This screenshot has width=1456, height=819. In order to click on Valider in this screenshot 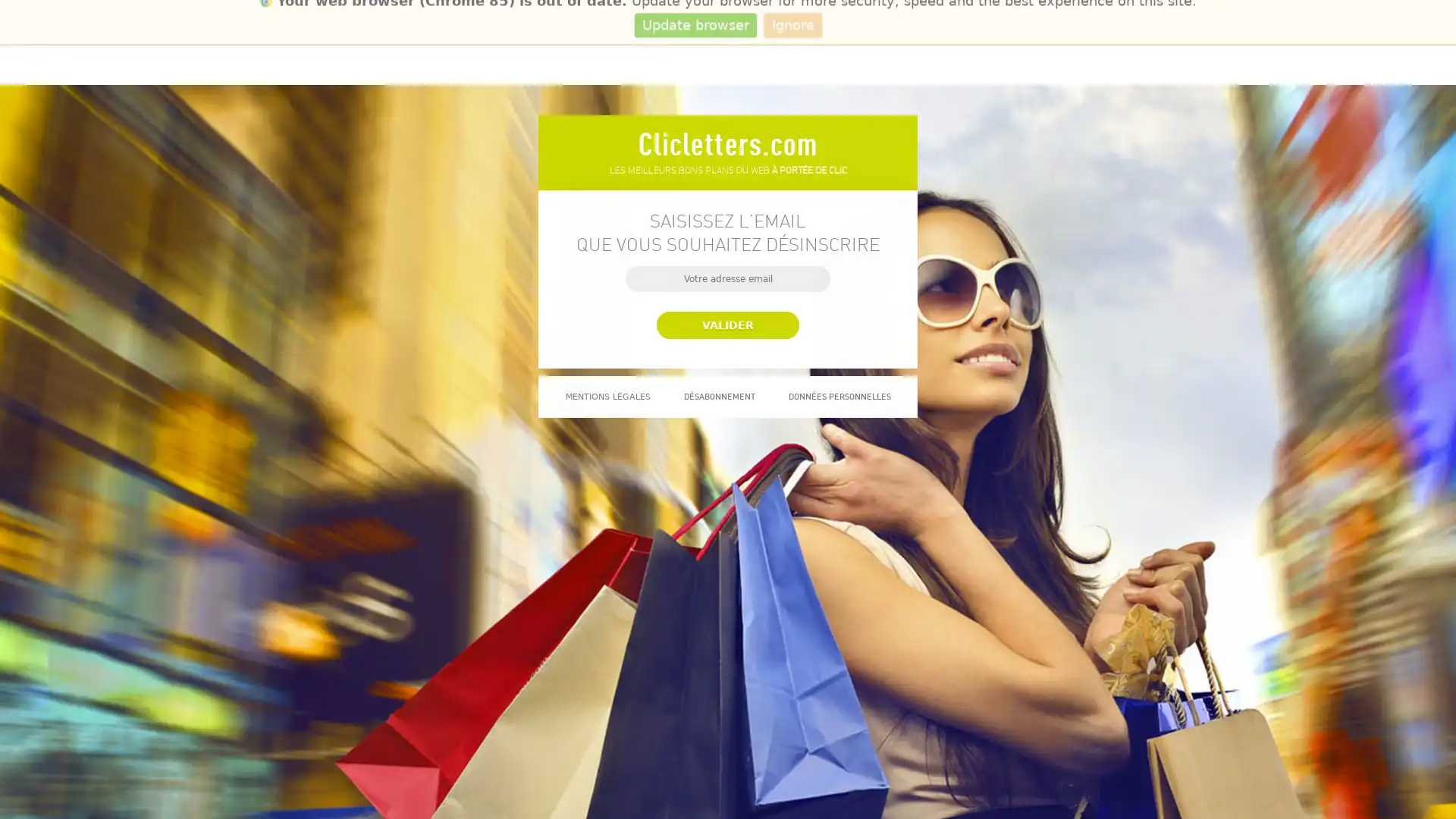, I will do `click(728, 324)`.